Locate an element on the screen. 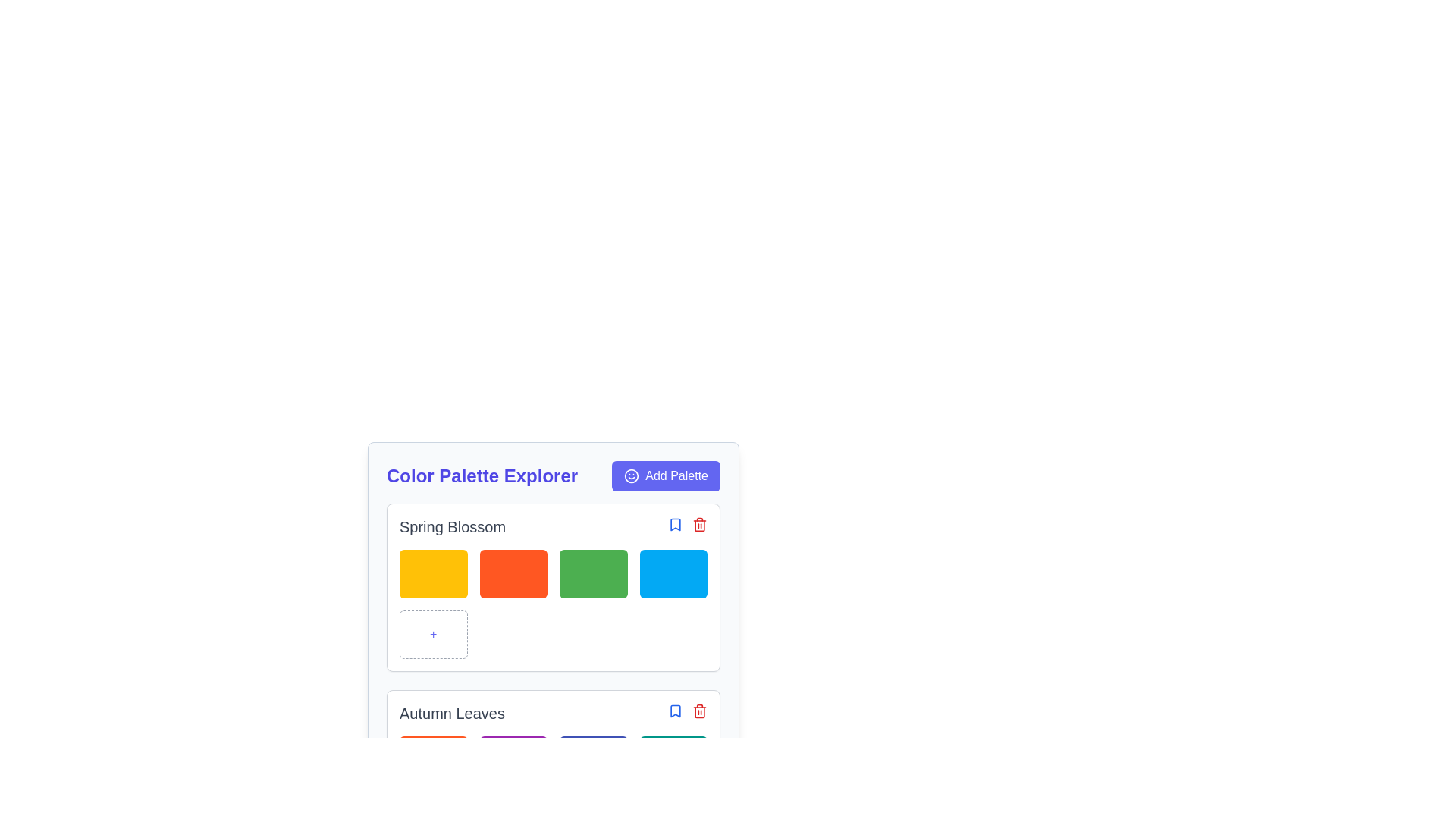  the trash icon with a red color scheme, located to the far right of the 'Spring Blossom' palette header is located at coordinates (698, 523).